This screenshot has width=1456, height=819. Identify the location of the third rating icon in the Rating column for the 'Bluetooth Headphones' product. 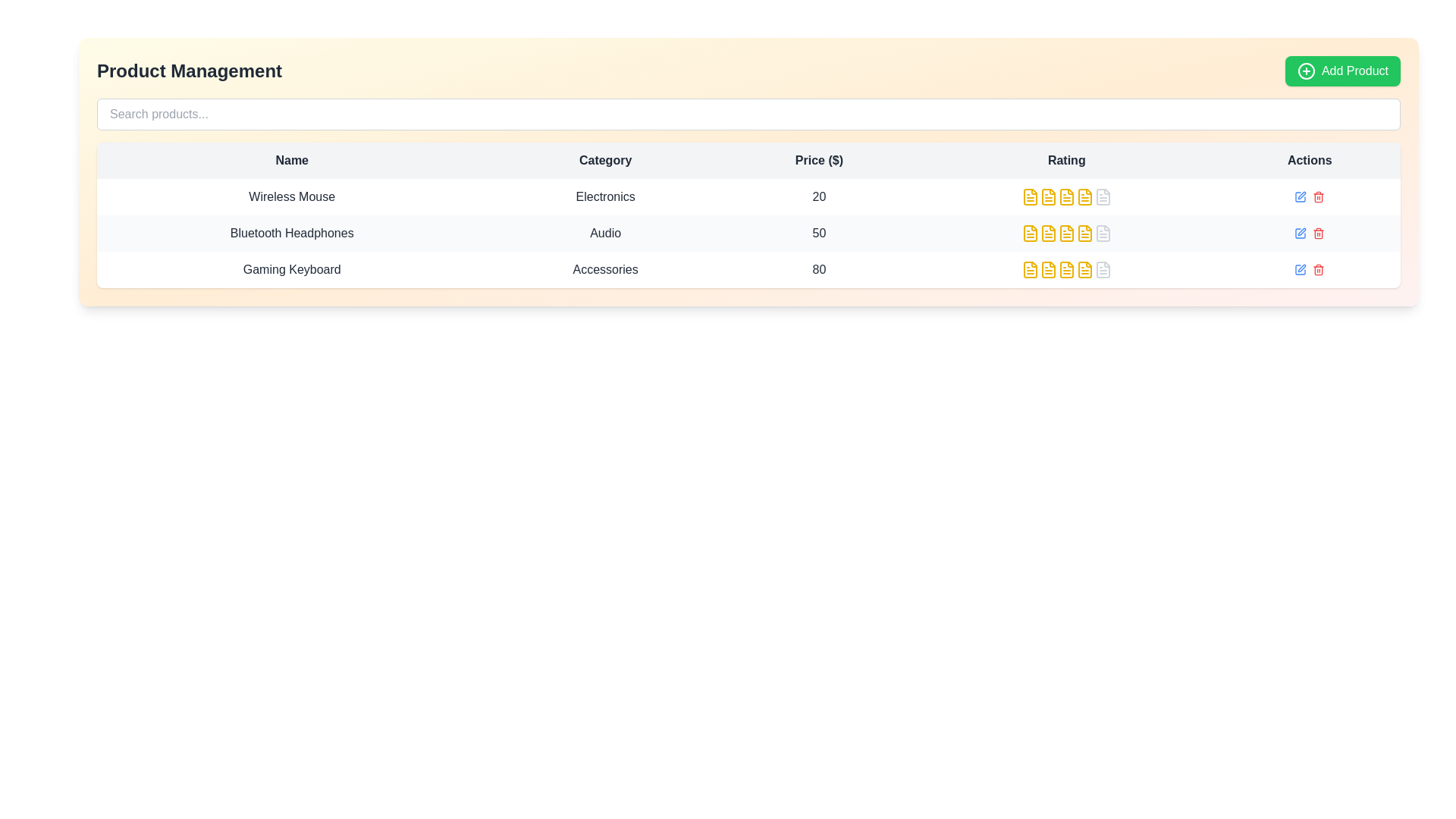
(1065, 234).